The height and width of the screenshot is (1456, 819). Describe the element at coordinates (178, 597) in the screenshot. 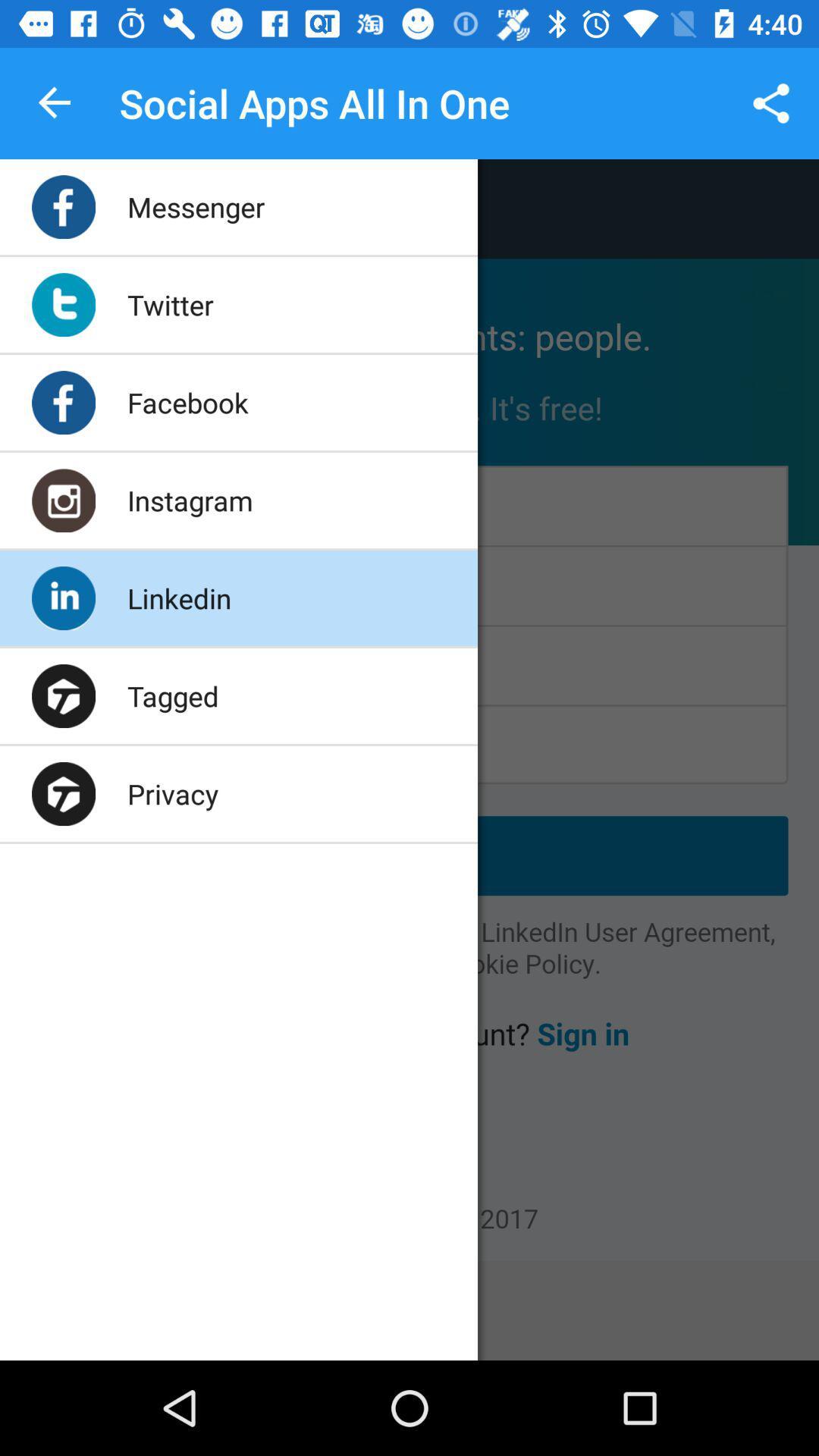

I see `the linkedin app` at that location.